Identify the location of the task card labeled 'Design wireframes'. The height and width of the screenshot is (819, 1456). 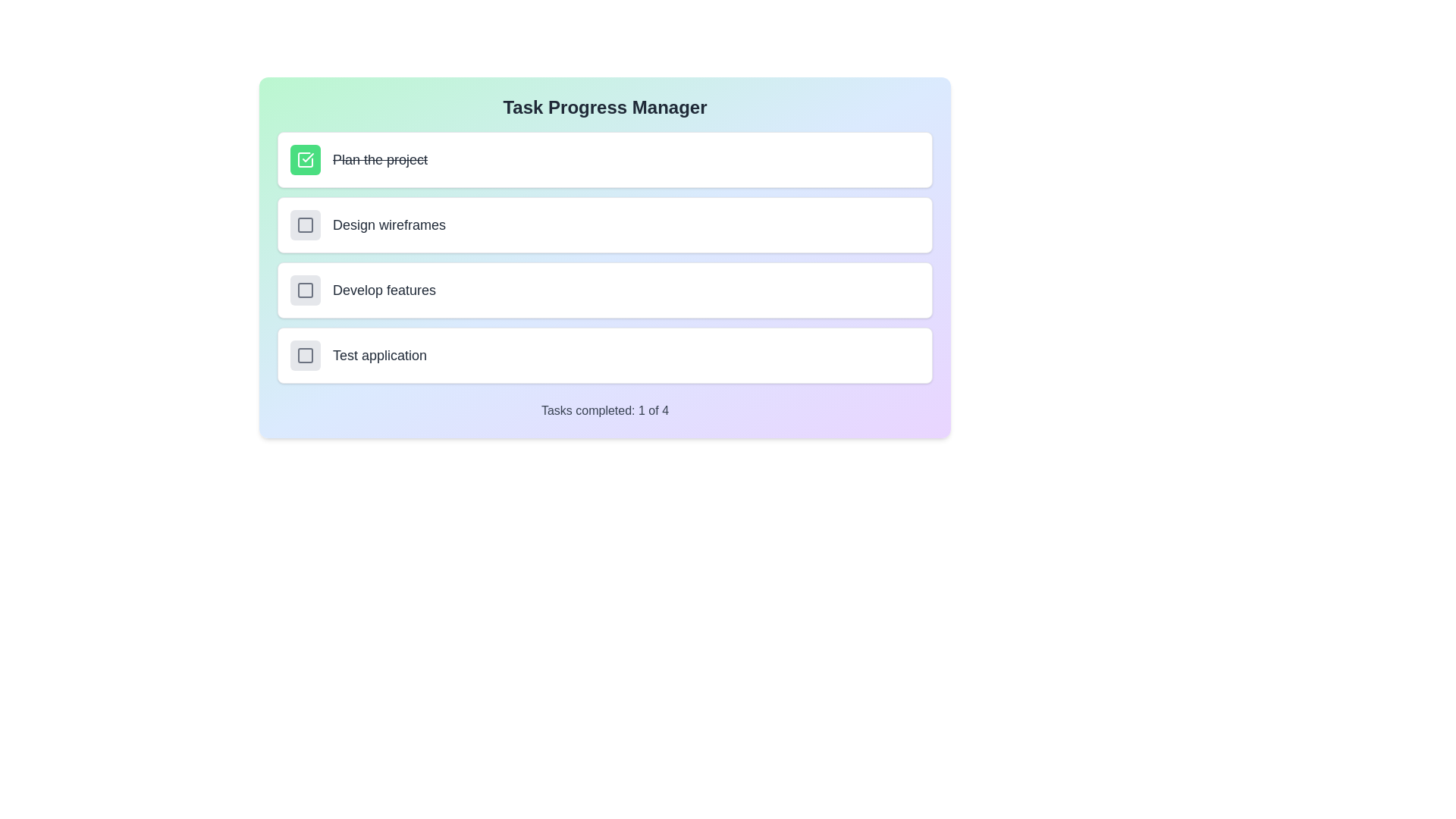
(604, 225).